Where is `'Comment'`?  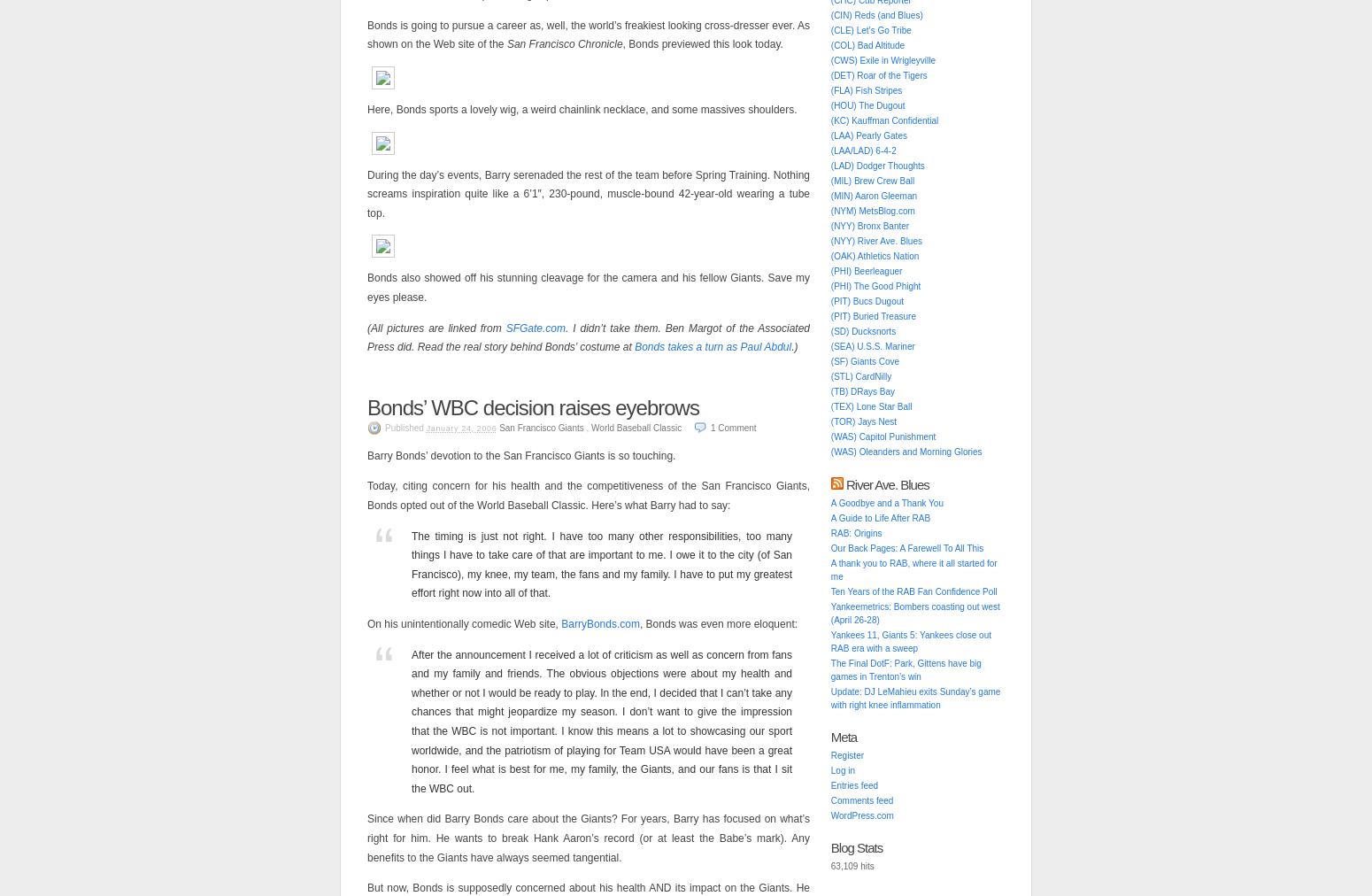
'Comment' is located at coordinates (736, 427).